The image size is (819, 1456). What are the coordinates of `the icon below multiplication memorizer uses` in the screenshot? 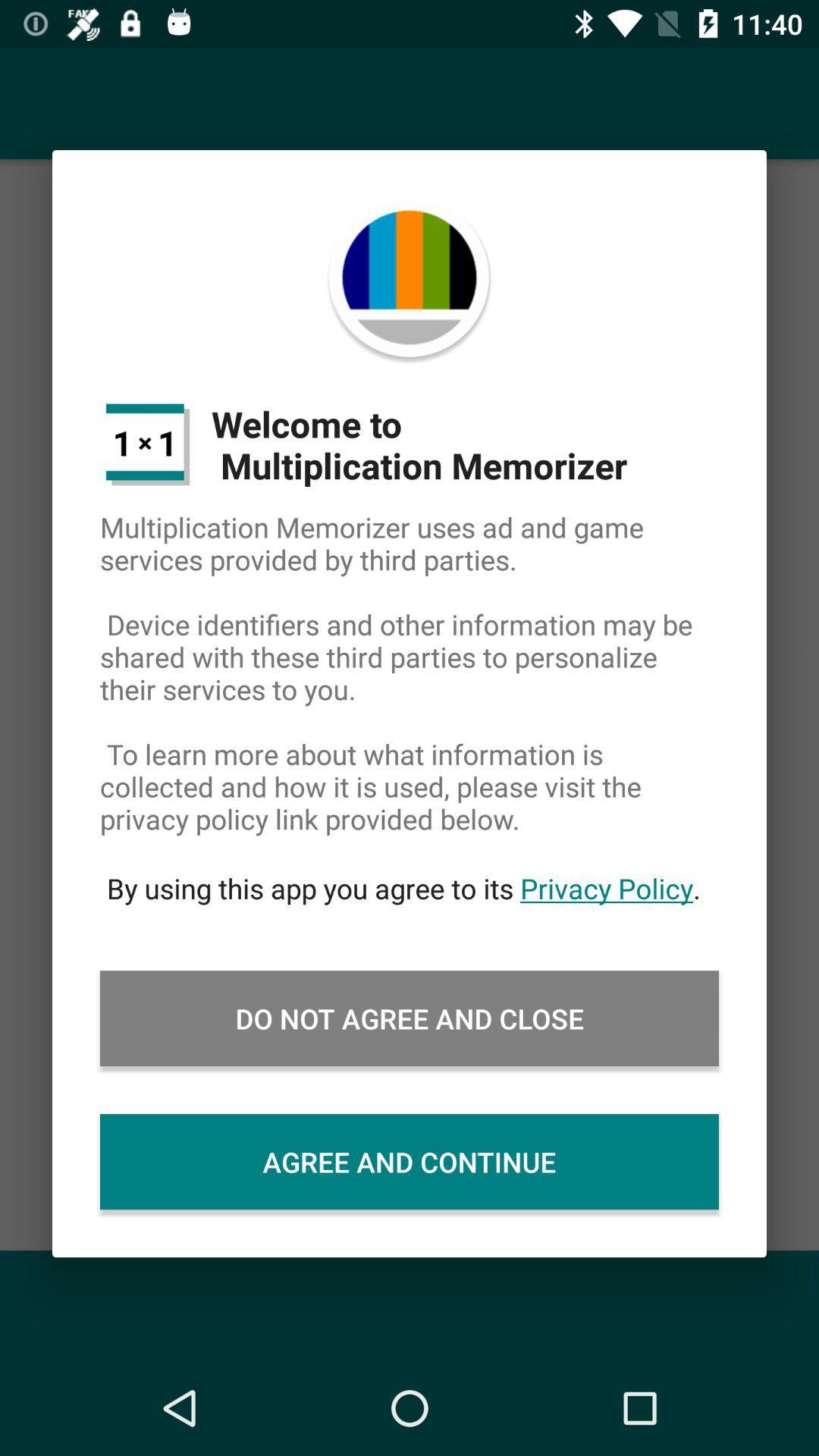 It's located at (409, 888).